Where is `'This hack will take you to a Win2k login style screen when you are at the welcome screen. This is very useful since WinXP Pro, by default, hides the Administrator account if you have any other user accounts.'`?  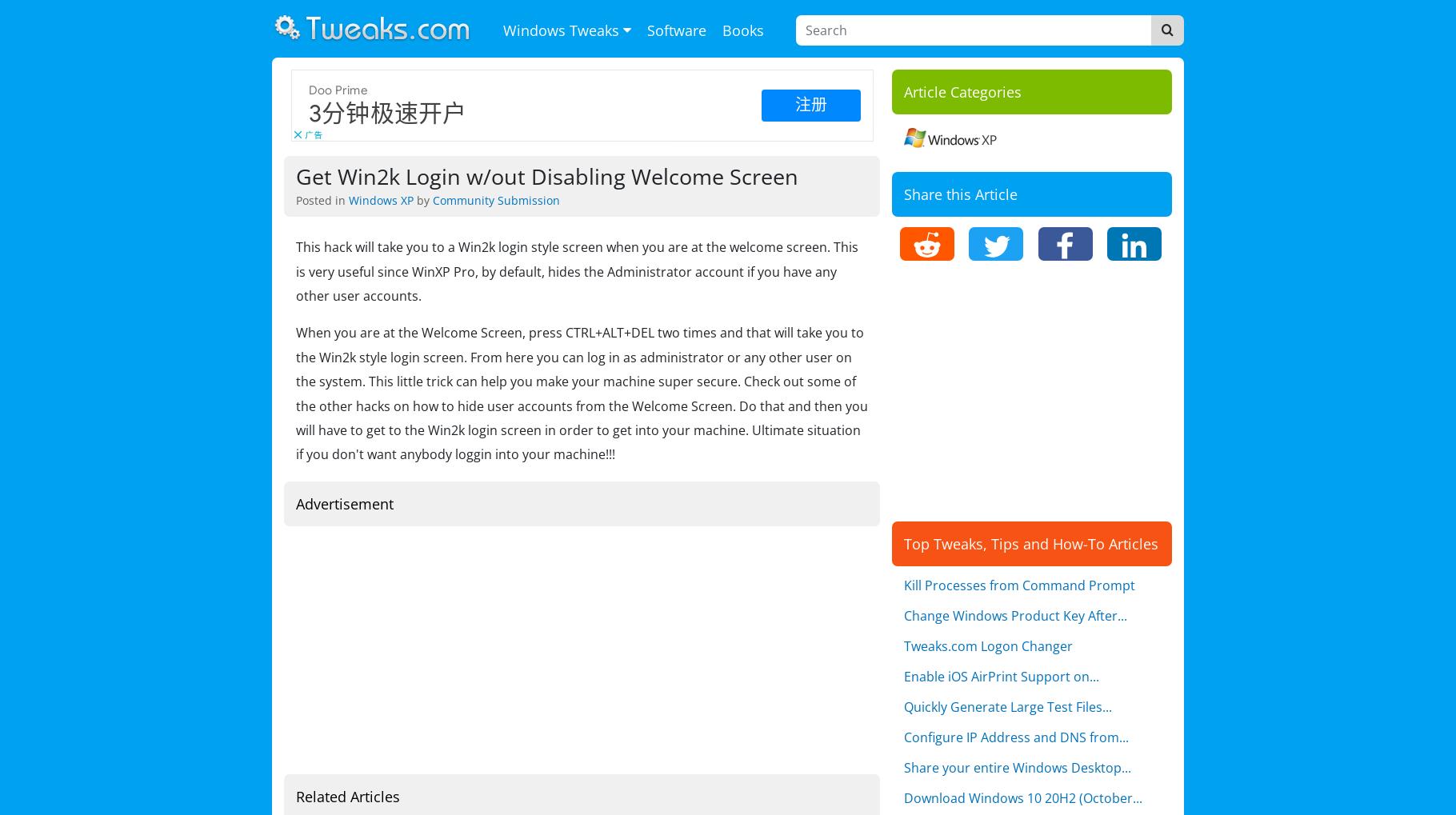 'This hack will take you to a Win2k login style screen when you are at the welcome screen. This is very useful since WinXP Pro, by default, hides the Administrator account if you have any other user accounts.' is located at coordinates (296, 271).